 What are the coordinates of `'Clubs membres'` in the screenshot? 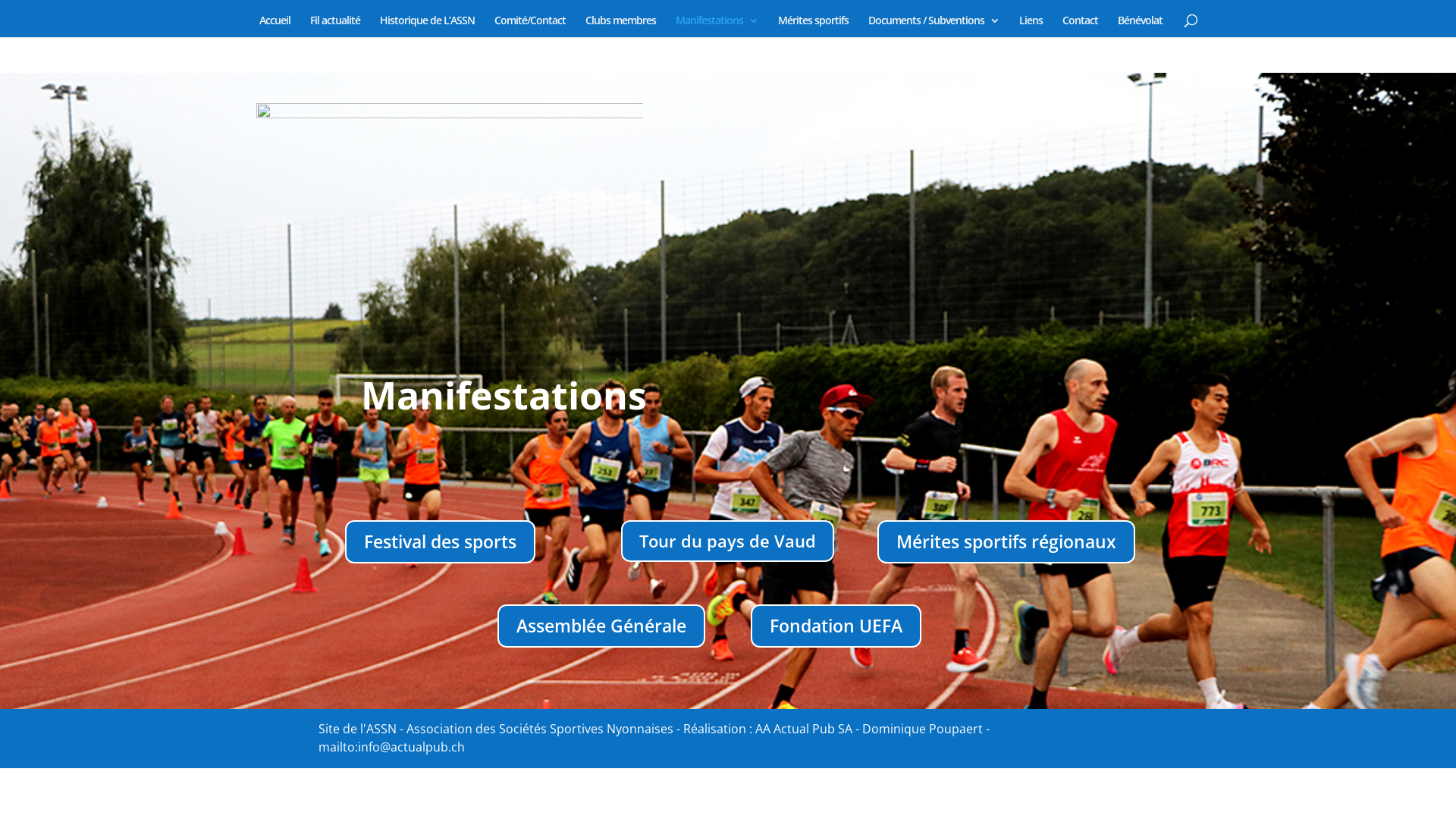 It's located at (620, 26).